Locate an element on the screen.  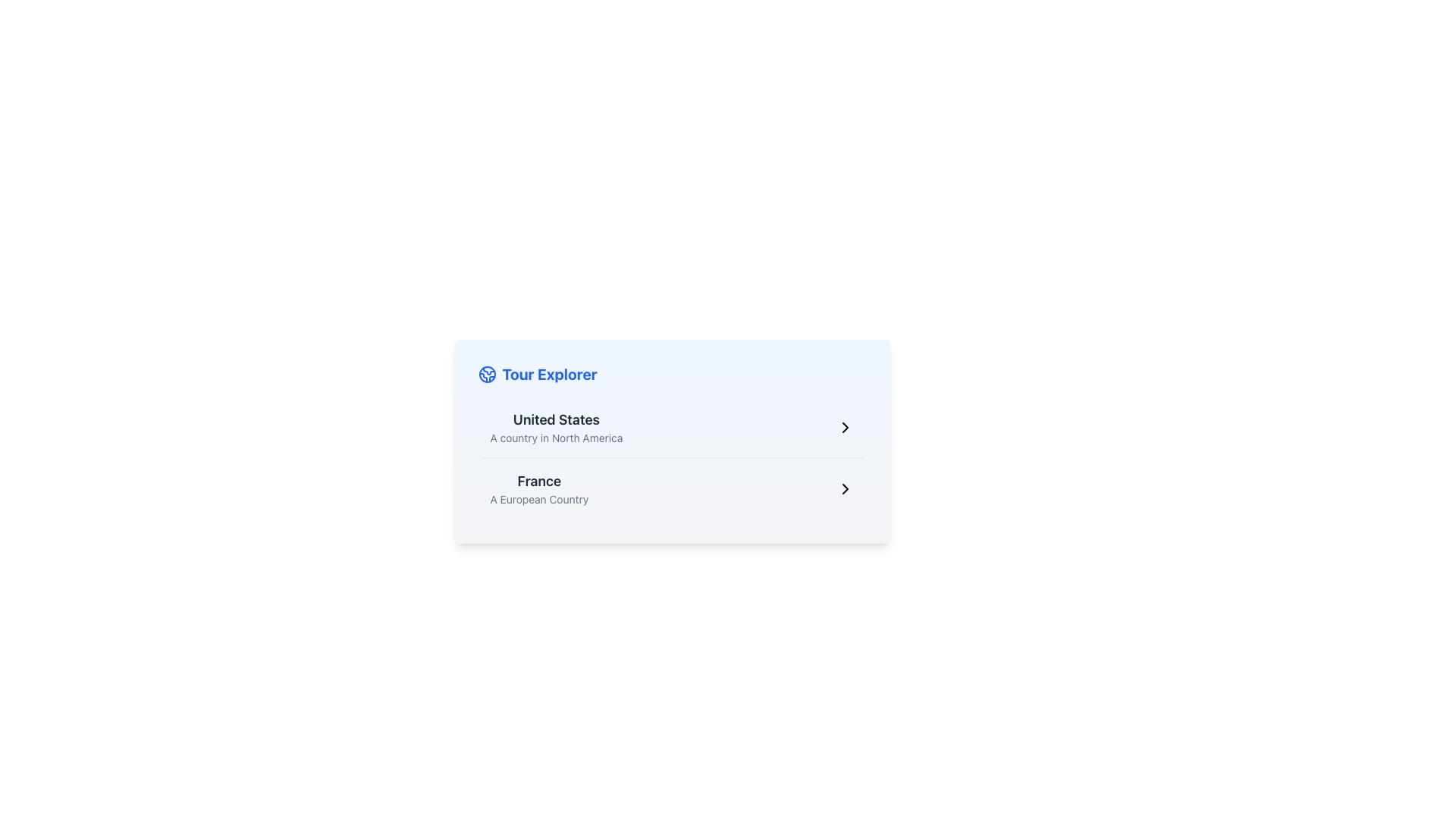
the right-pointing chevron icon styled with a thin black stroke, located near the text 'France' and 'A European Country' is located at coordinates (844, 488).